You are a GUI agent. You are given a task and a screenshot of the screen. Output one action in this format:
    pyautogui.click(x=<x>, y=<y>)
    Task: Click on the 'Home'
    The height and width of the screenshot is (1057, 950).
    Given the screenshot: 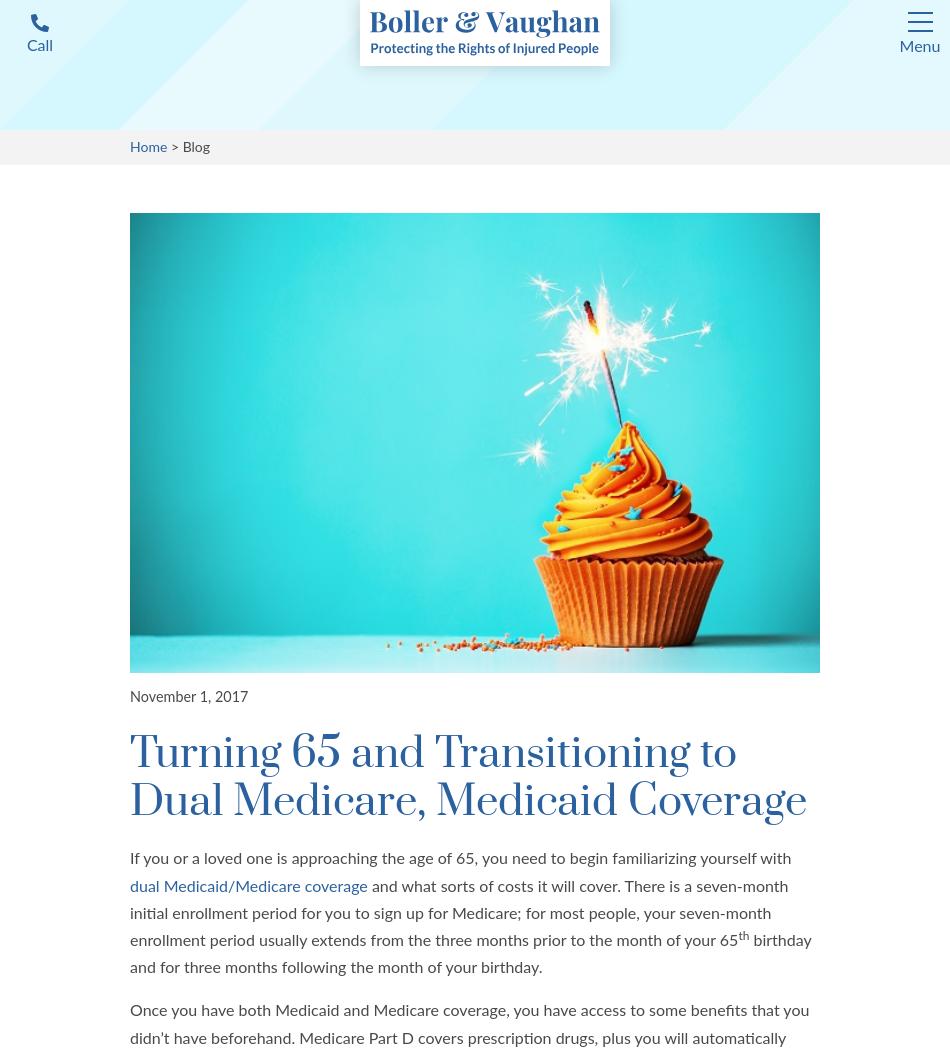 What is the action you would take?
    pyautogui.click(x=148, y=146)
    